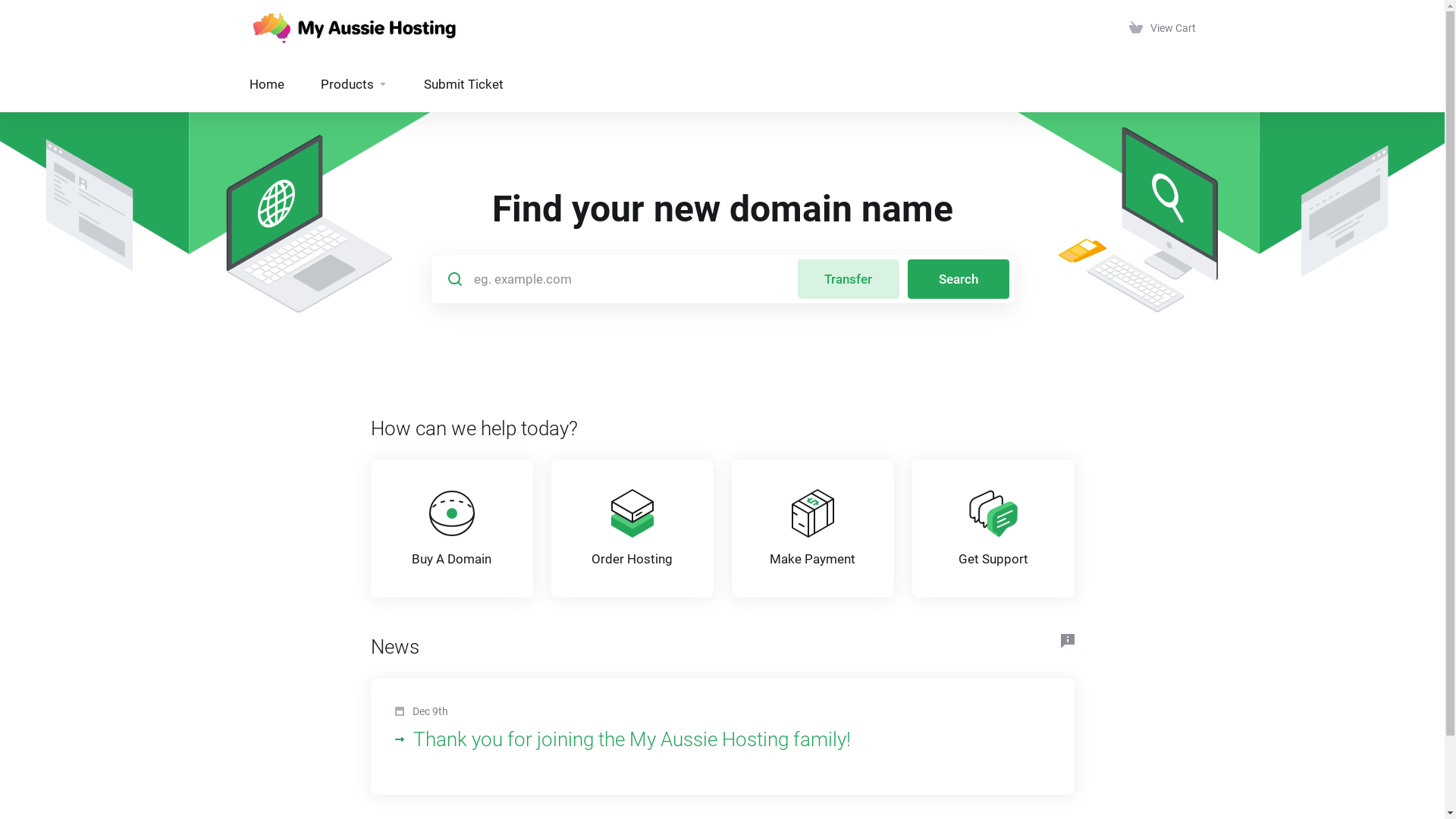 This screenshot has width=1456, height=819. Describe the element at coordinates (302, 84) in the screenshot. I see `'Products'` at that location.